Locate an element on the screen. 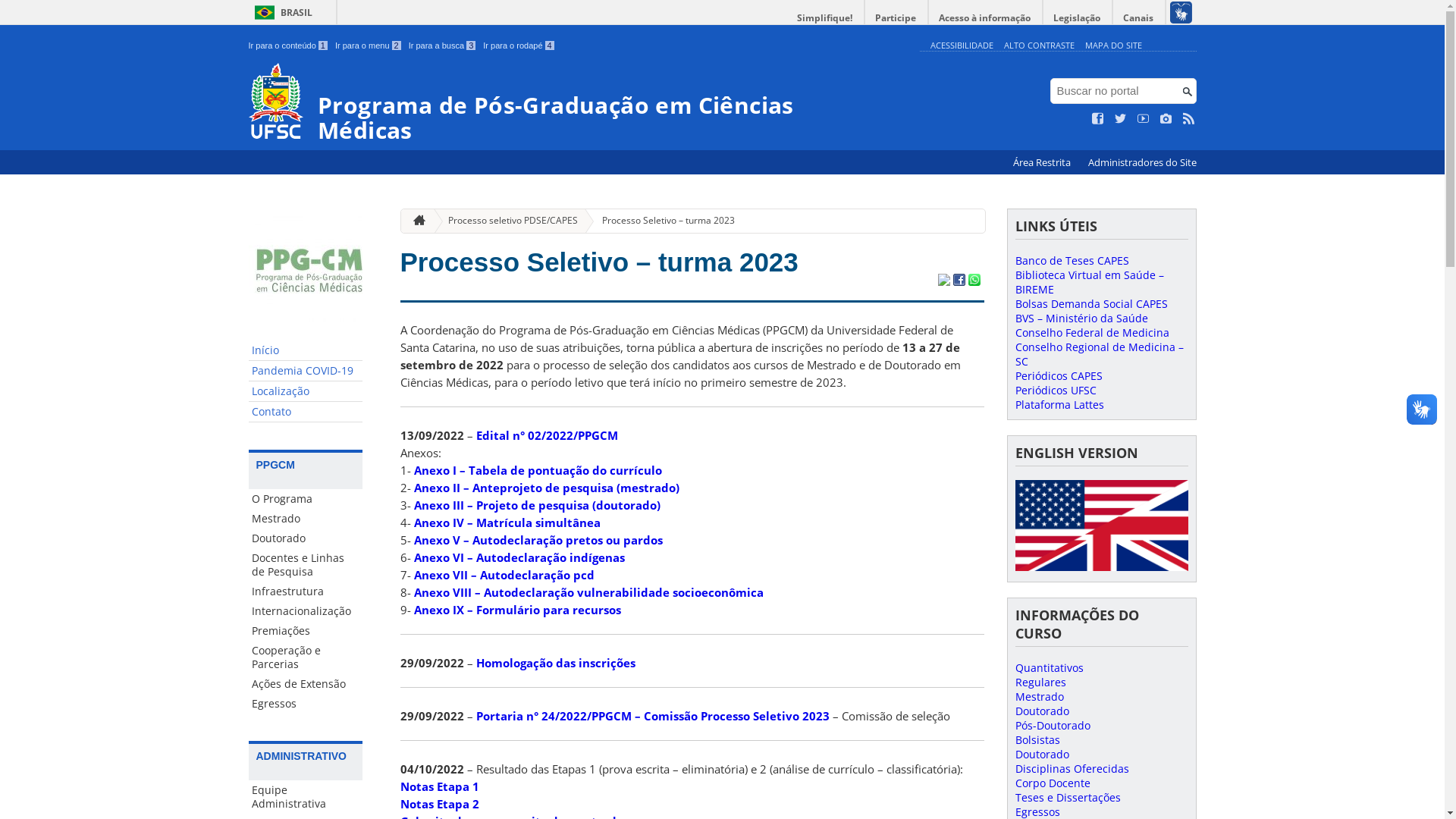  'Compartilhar no Twitter' is located at coordinates (942, 281).